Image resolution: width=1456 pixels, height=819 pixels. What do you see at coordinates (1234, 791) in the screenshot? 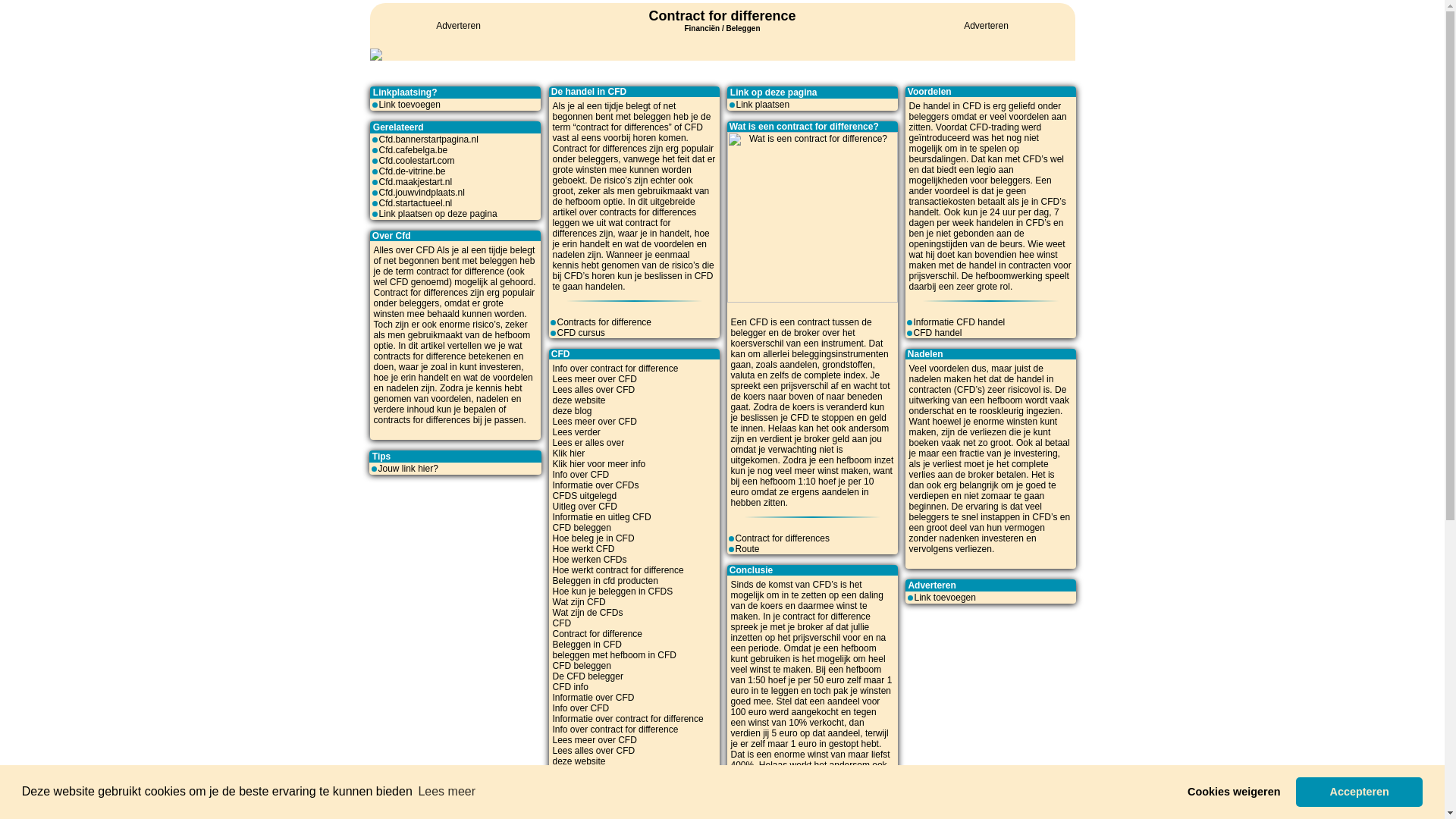
I see `'Cookies weigeren'` at bounding box center [1234, 791].